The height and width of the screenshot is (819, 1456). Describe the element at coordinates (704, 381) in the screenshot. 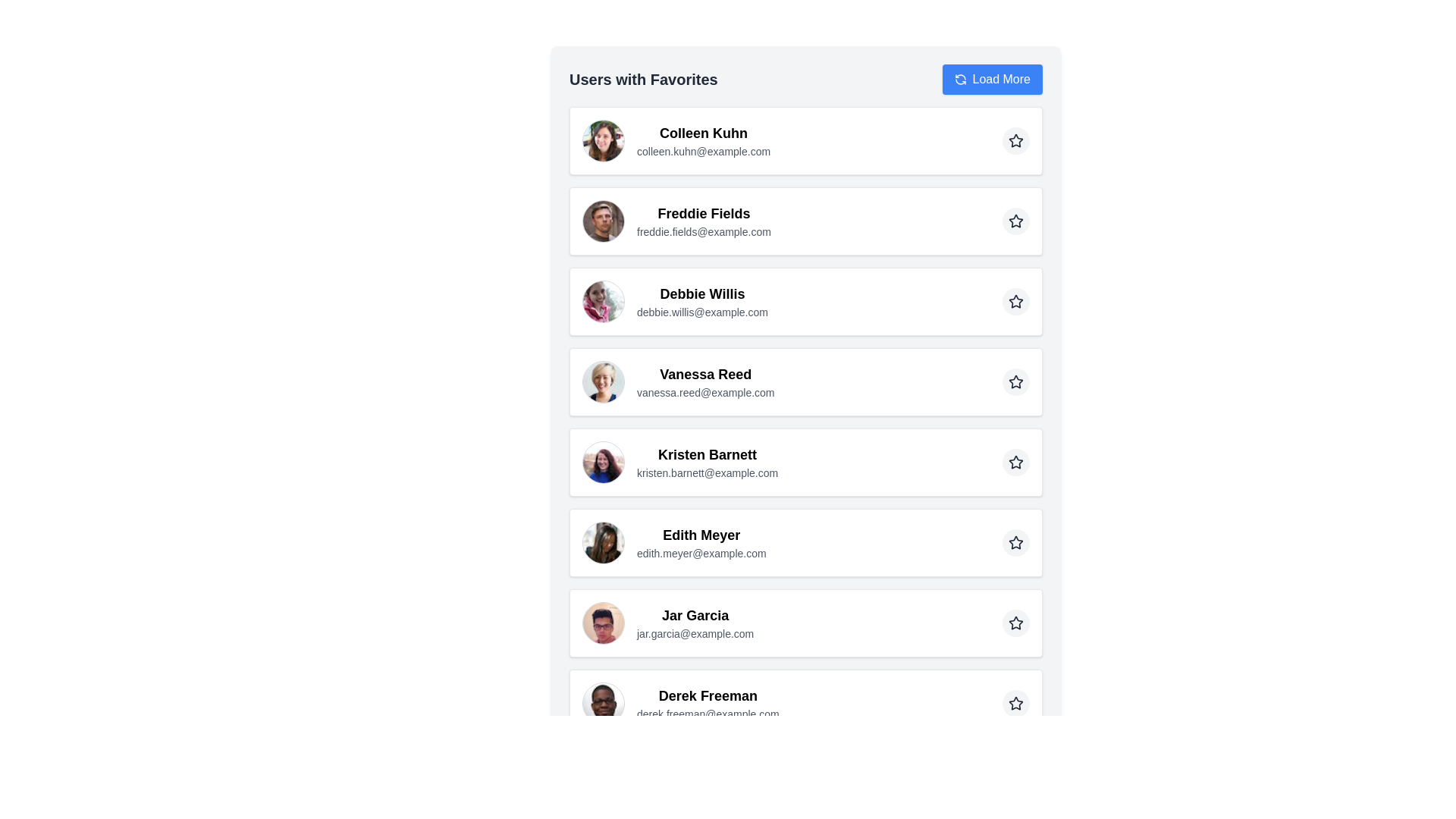

I see `the text block presenting the name and email address of the user in the fourth row of the 'Users with Favorites' list` at that location.